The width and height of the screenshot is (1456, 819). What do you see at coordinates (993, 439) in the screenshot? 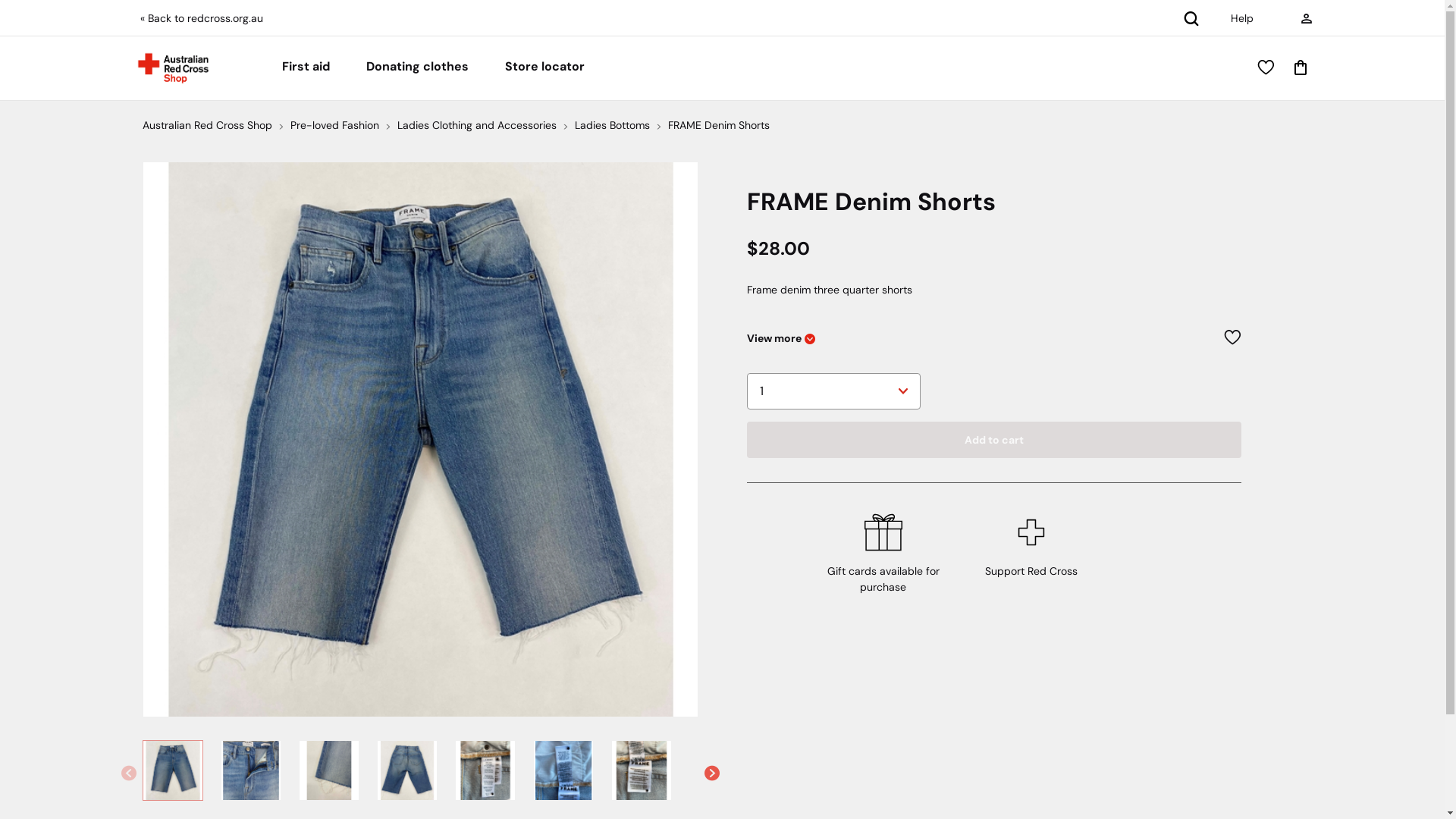
I see `'Add to cart'` at bounding box center [993, 439].